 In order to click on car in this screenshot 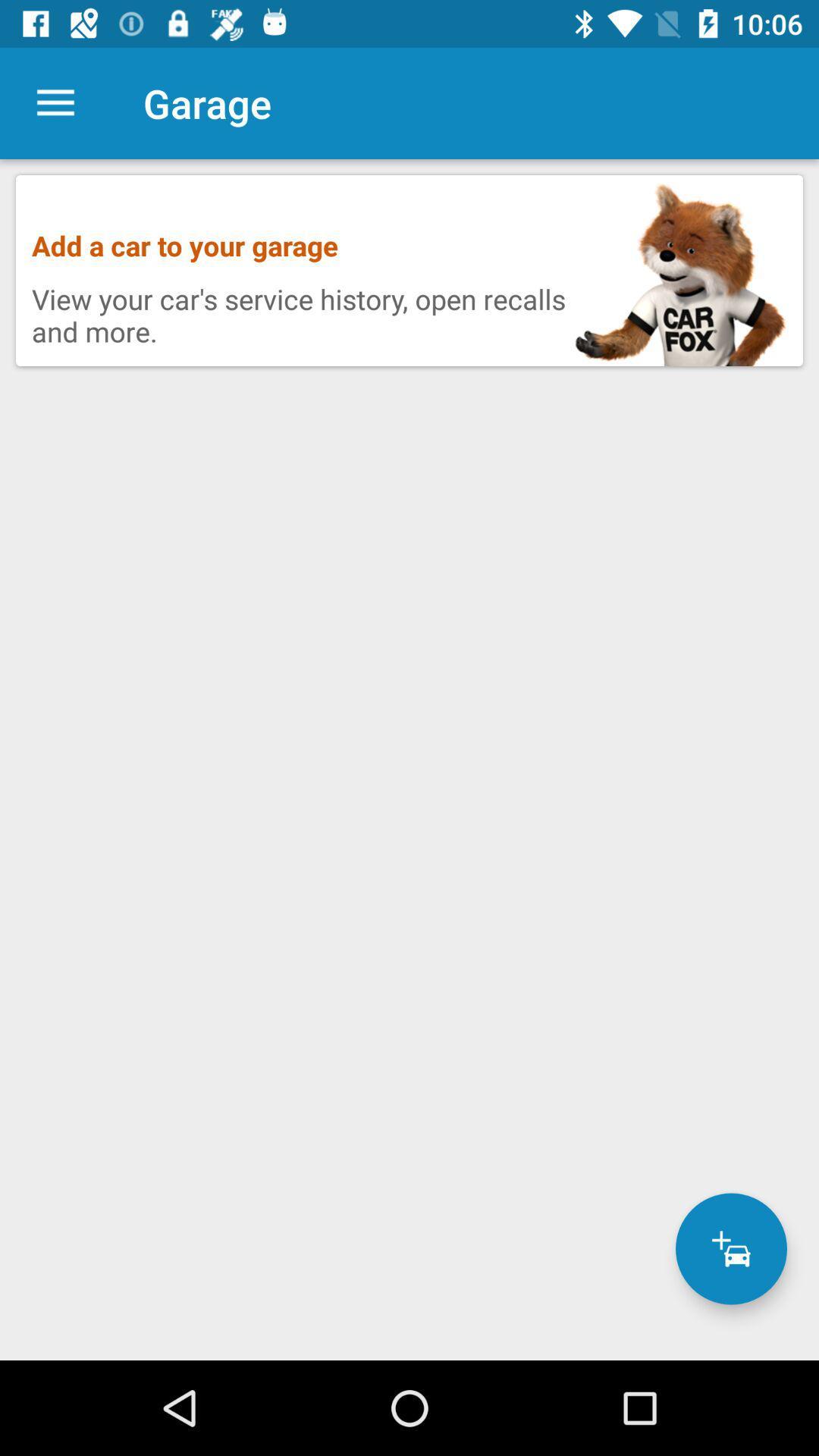, I will do `click(730, 1248)`.